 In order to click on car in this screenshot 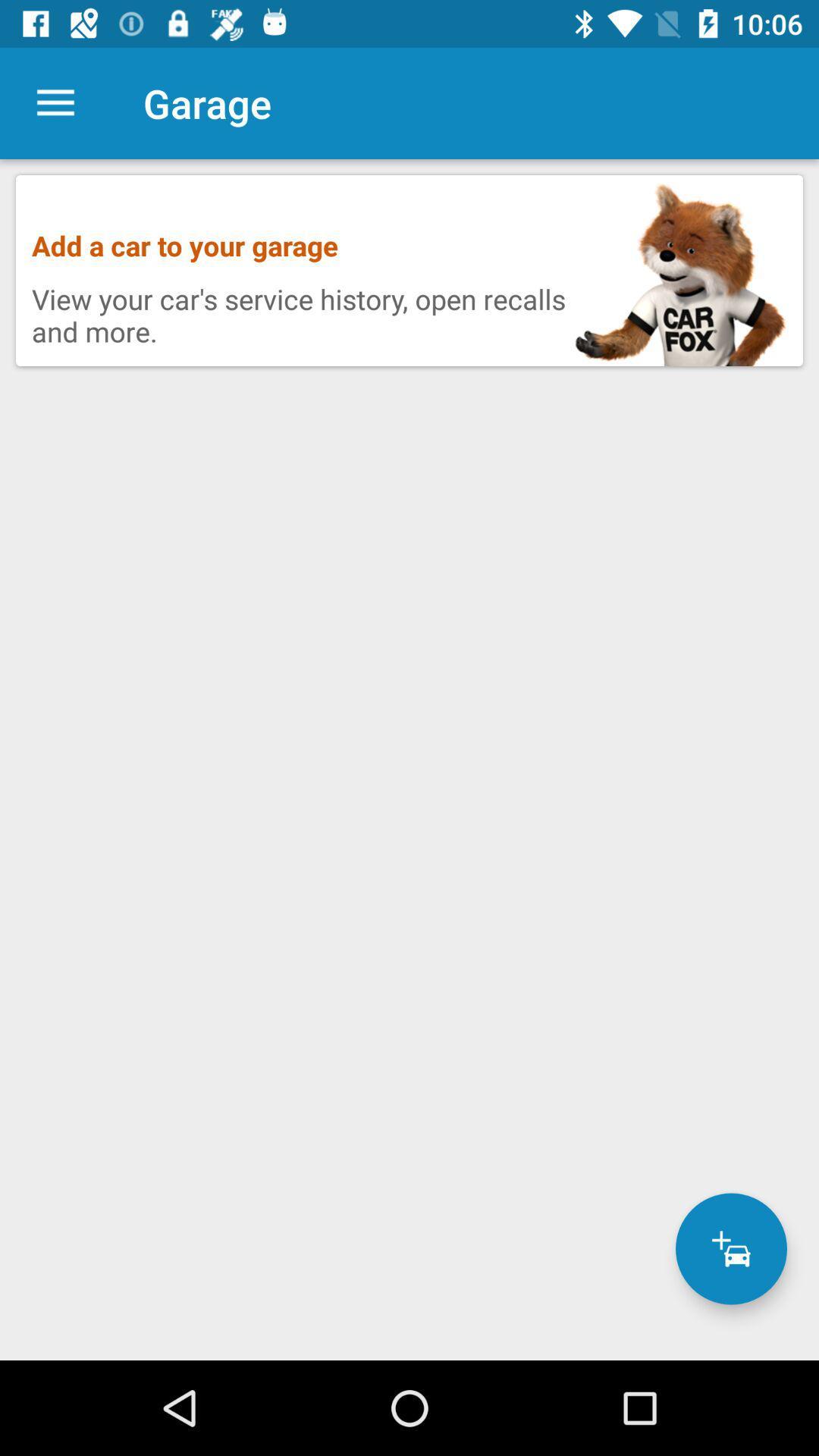, I will do `click(730, 1248)`.